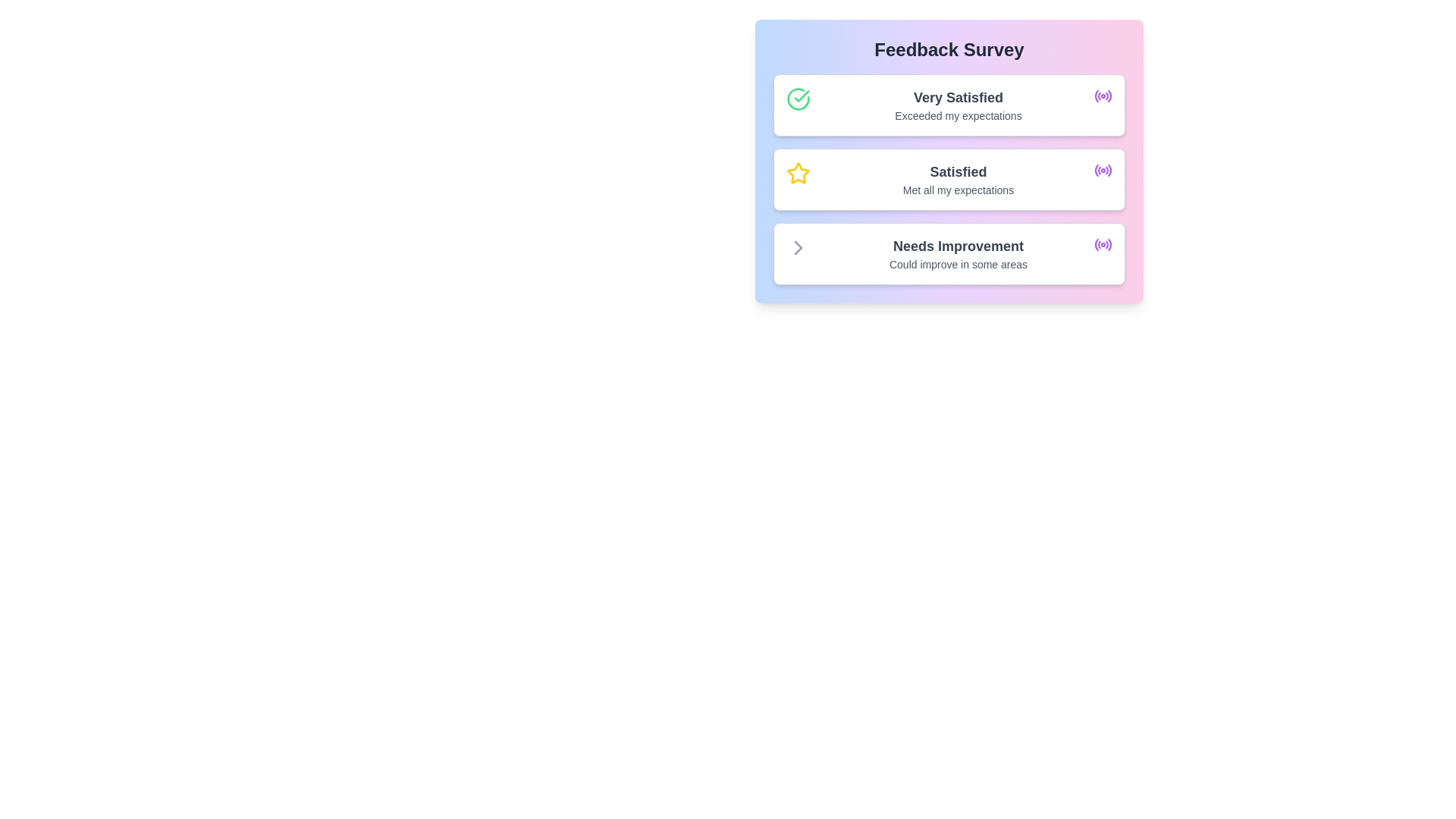 The width and height of the screenshot is (1456, 819). Describe the element at coordinates (797, 99) in the screenshot. I see `the confirmation status icon located at the top left of the feedback options, adjacent to the 'Very Satisfied' label` at that location.